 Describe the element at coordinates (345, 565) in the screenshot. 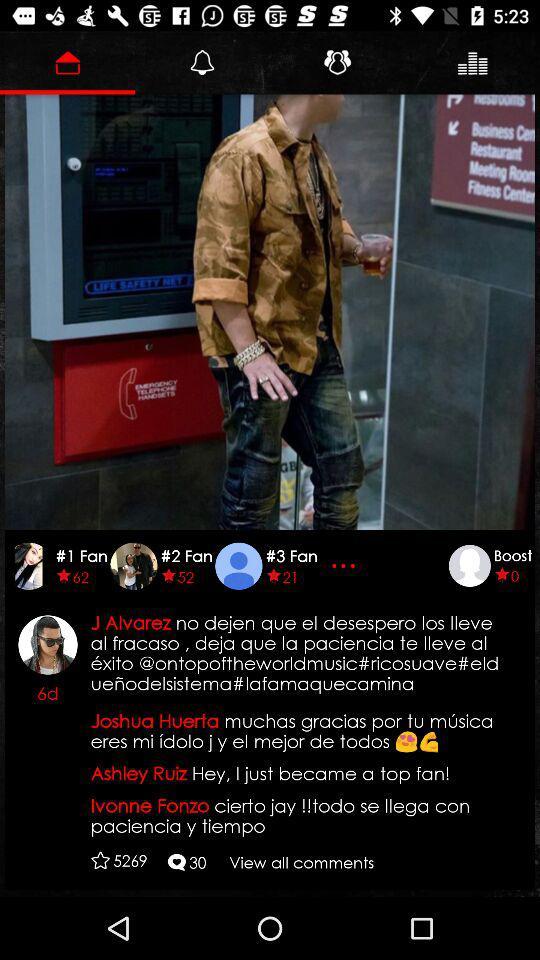

I see `the icon to the right of the #3 fan` at that location.